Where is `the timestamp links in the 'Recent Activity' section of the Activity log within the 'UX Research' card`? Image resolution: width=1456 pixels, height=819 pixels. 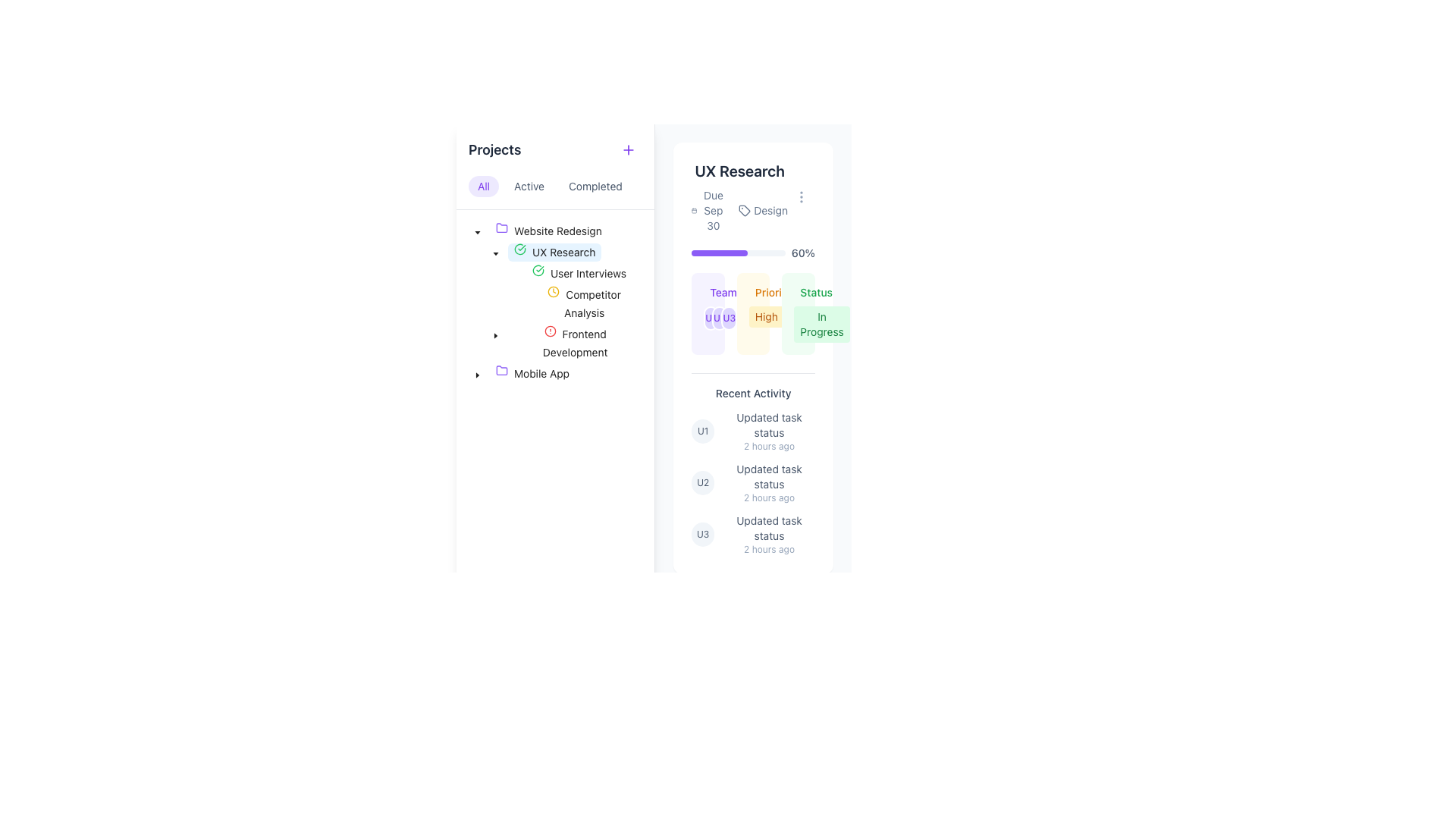
the timestamp links in the 'Recent Activity' section of the Activity log within the 'UX Research' card is located at coordinates (753, 463).